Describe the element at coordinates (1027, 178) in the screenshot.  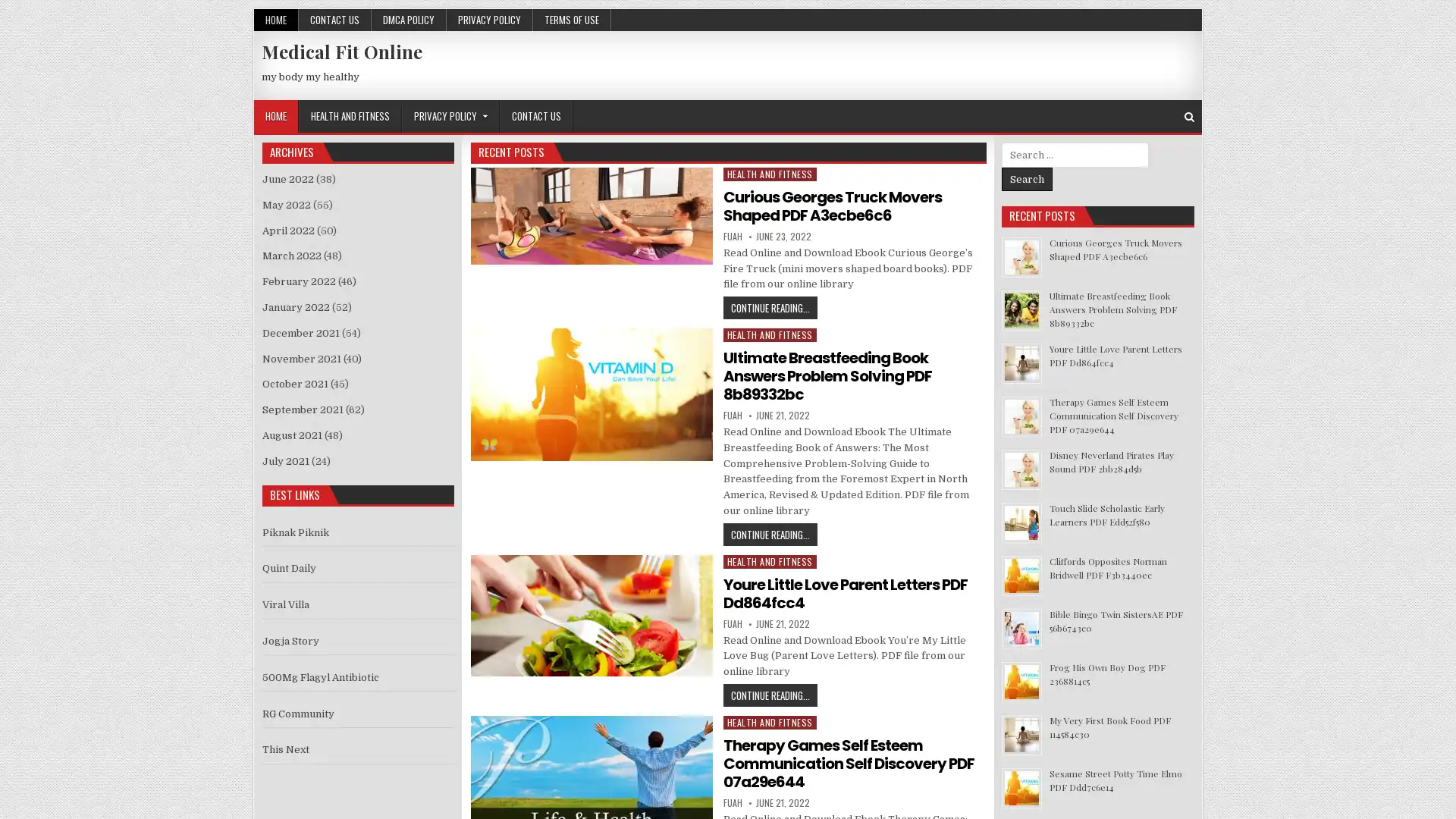
I see `Search` at that location.